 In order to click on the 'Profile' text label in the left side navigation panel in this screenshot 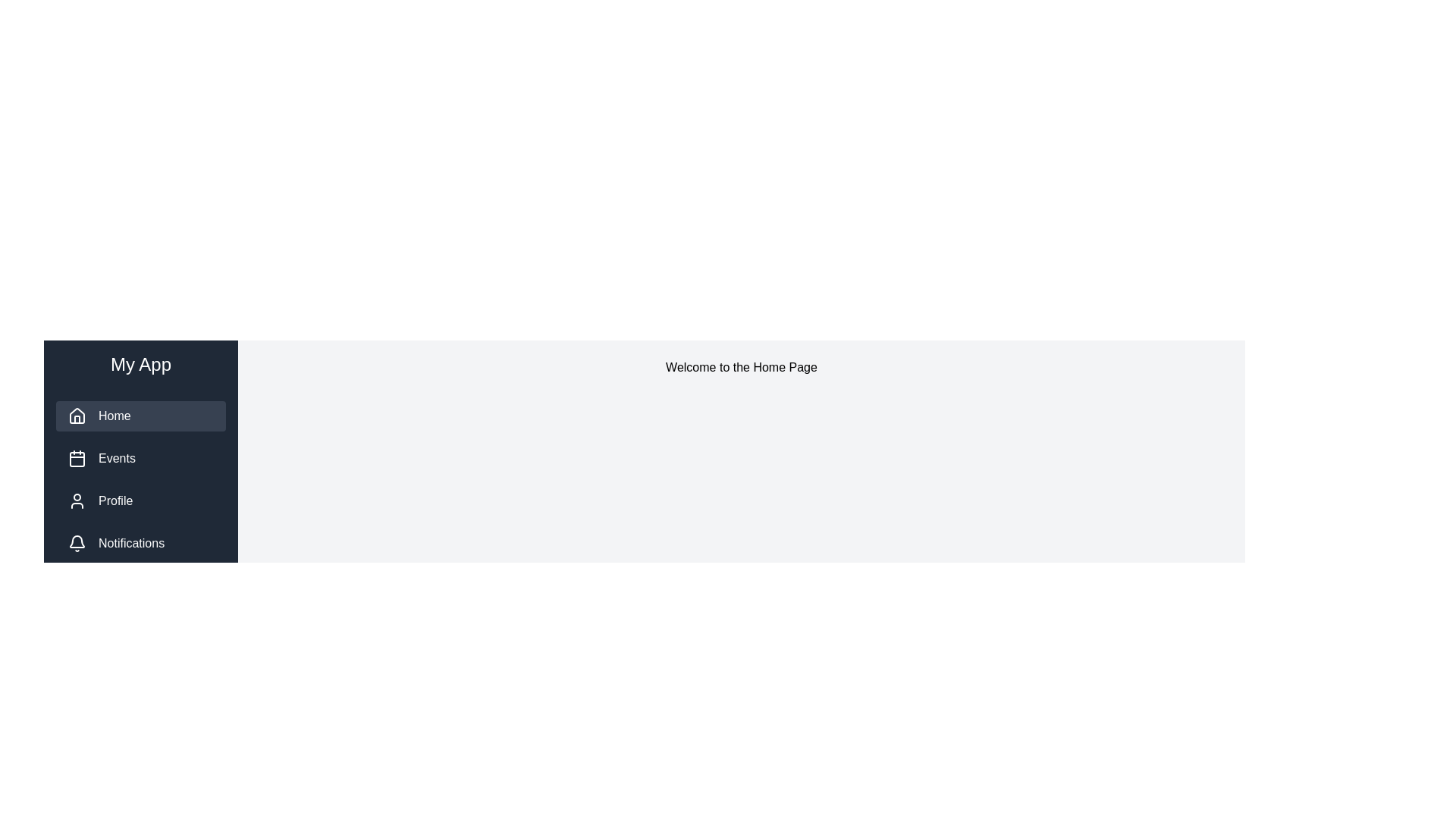, I will do `click(115, 500)`.